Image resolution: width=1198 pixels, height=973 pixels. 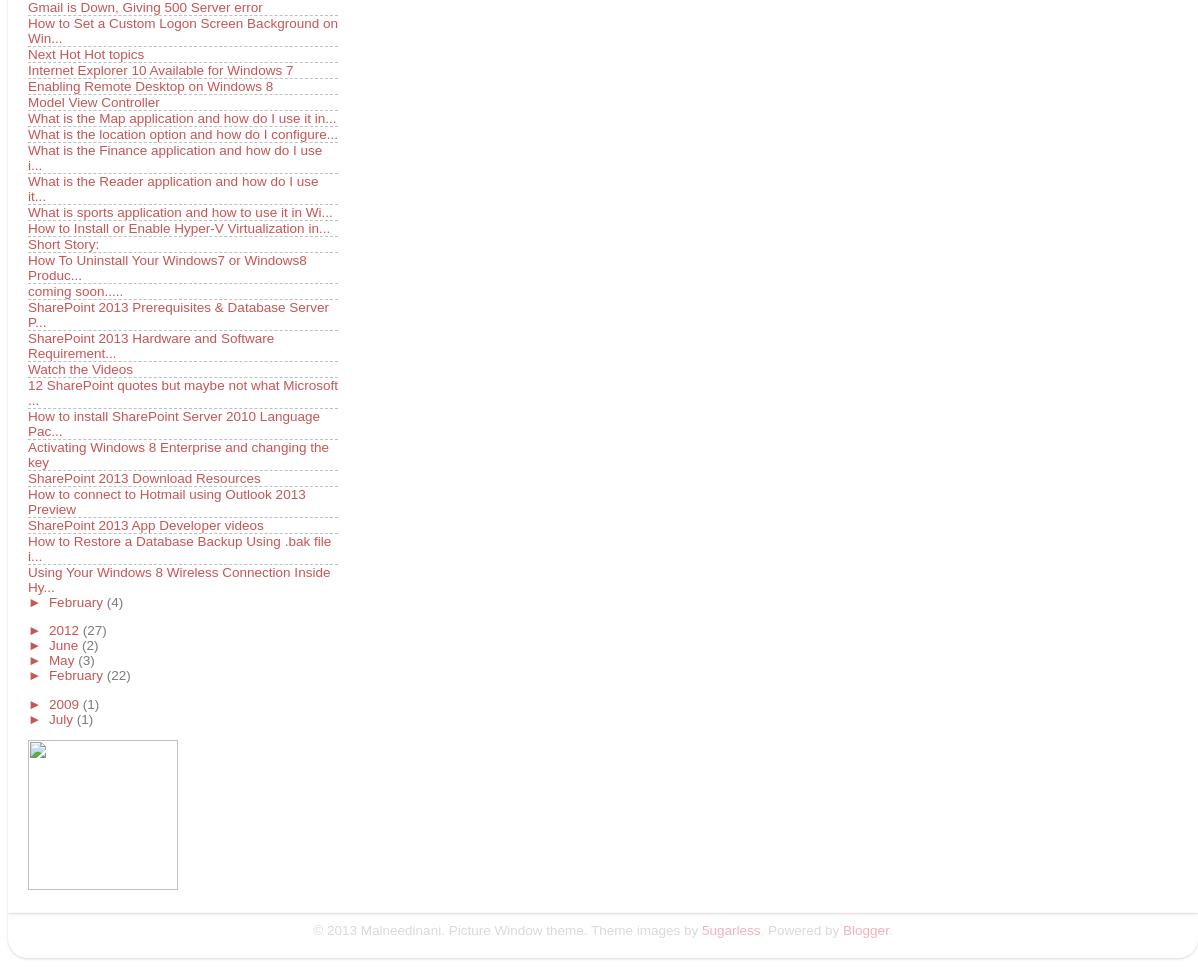 I want to click on 'SharePoint 2013 App Developer videos', so click(x=28, y=523).